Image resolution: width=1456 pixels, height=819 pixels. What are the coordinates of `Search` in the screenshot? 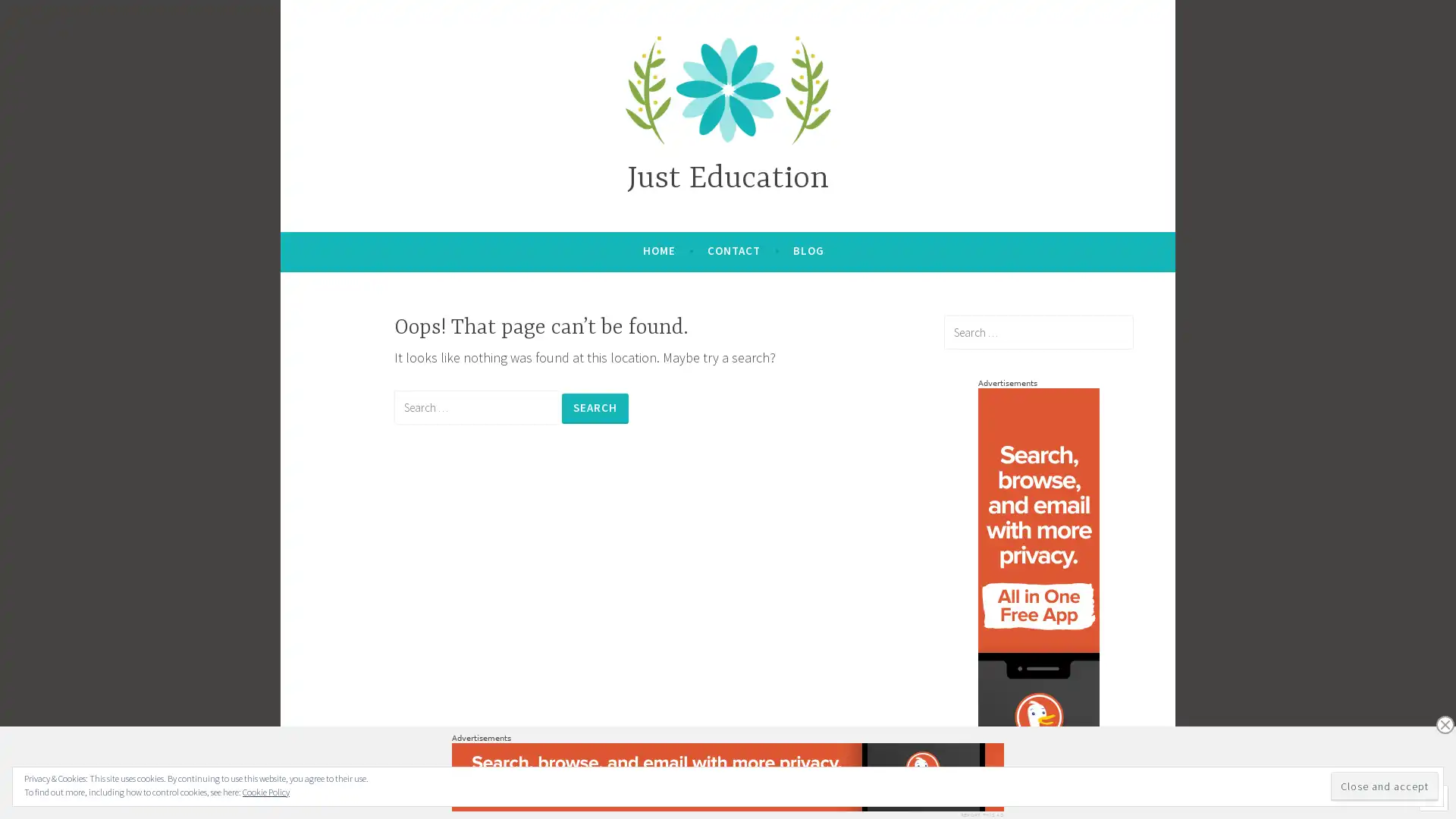 It's located at (595, 407).